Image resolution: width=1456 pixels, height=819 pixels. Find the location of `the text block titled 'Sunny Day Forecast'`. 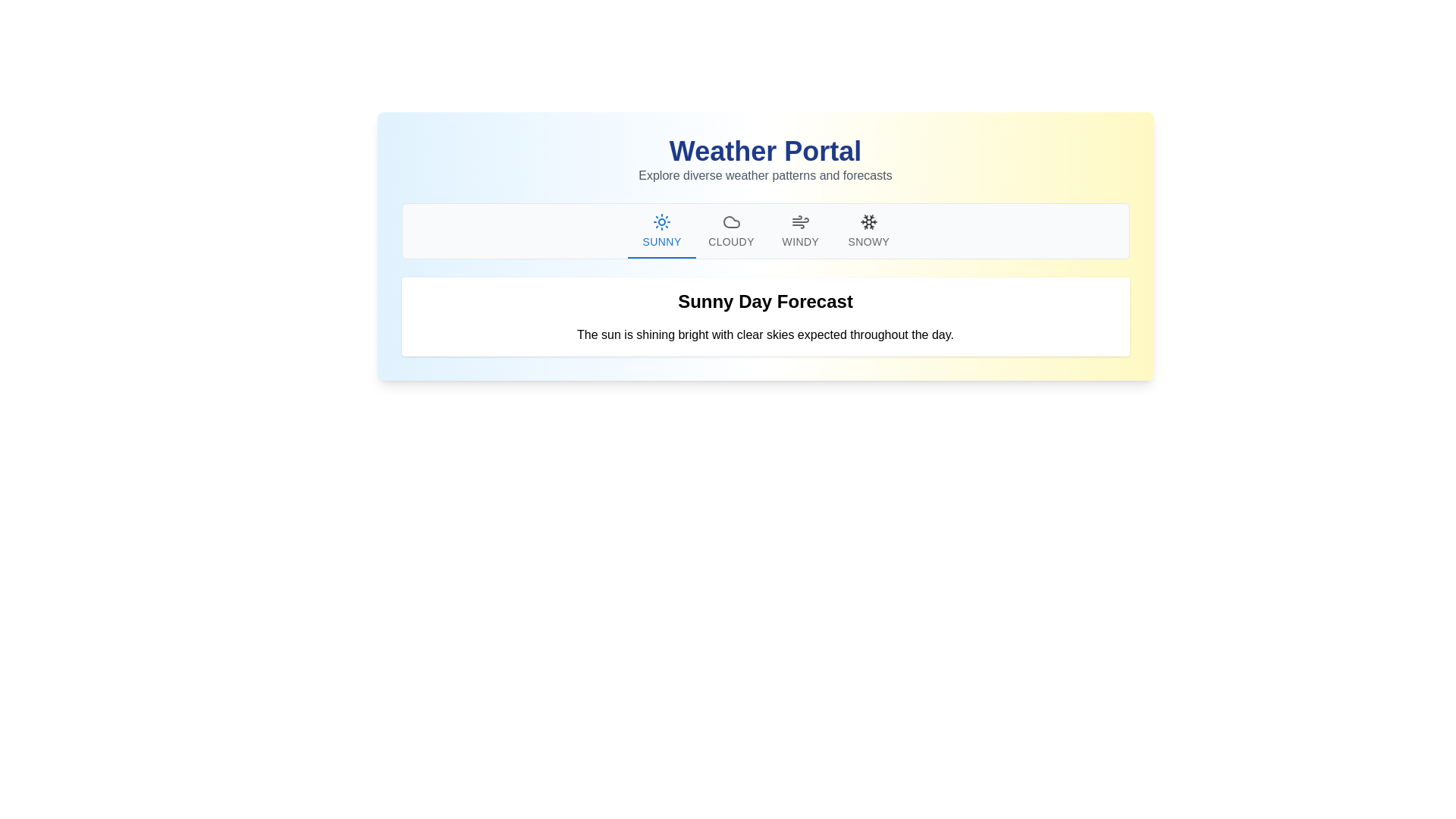

the text block titled 'Sunny Day Forecast' is located at coordinates (765, 315).